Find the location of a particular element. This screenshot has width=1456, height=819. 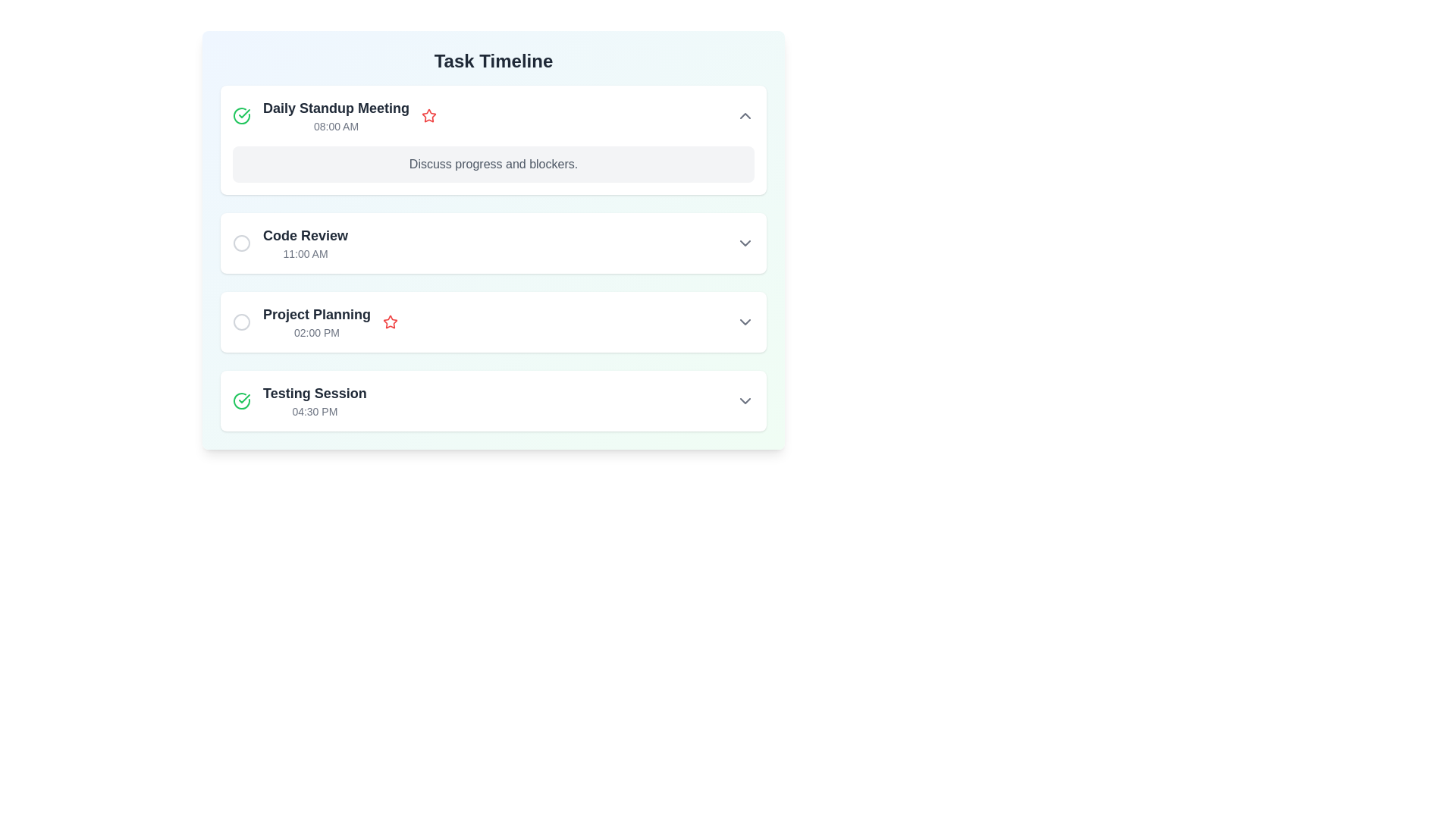

the 'Code Review' task entry in the Task Timeline interface is located at coordinates (494, 242).